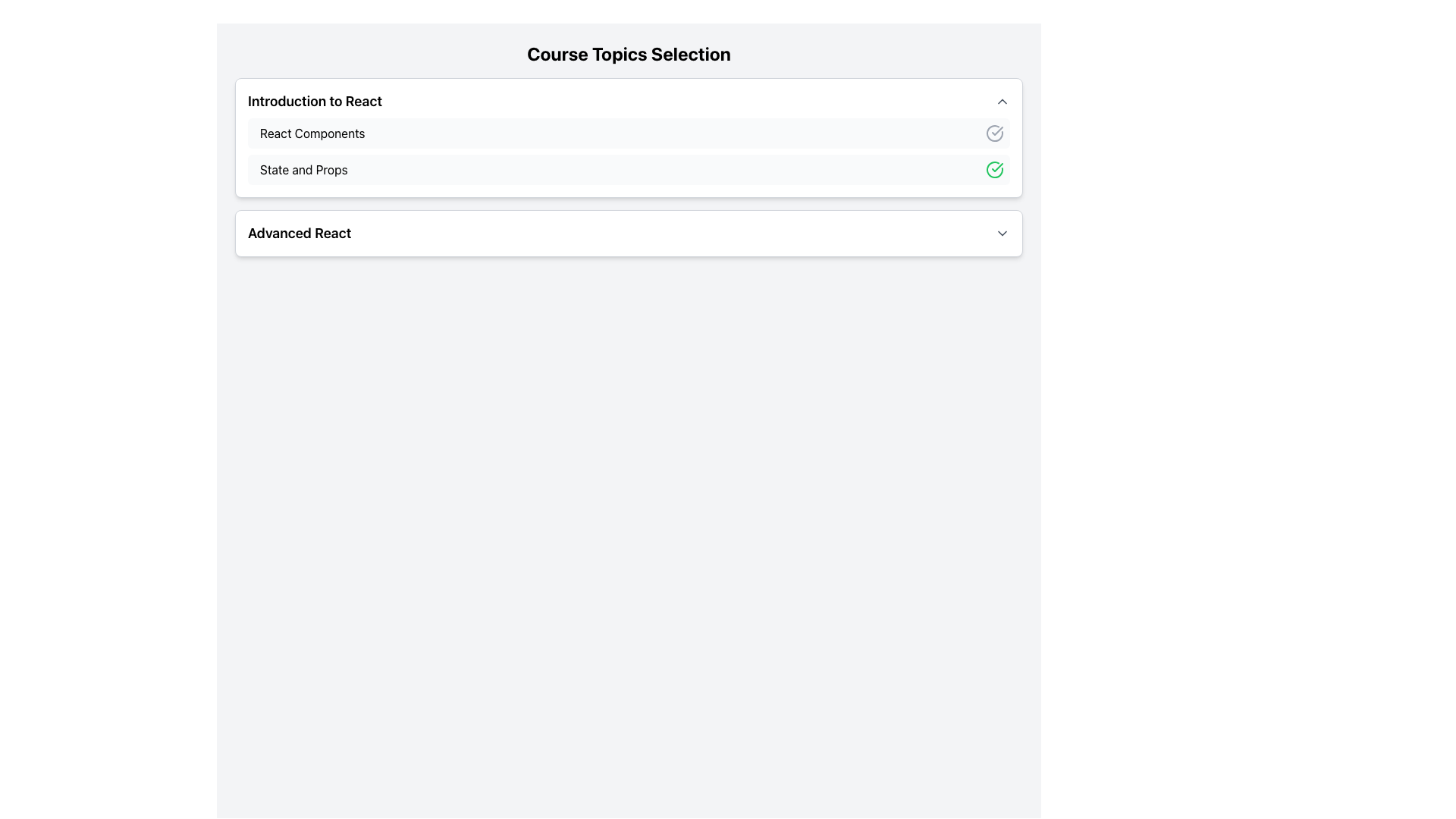 The width and height of the screenshot is (1456, 819). Describe the element at coordinates (303, 169) in the screenshot. I see `the label that identifies the topic 'State and Props' in the 'Introduction to React' section, positioned between 'React Components' and 'Advanced React'` at that location.